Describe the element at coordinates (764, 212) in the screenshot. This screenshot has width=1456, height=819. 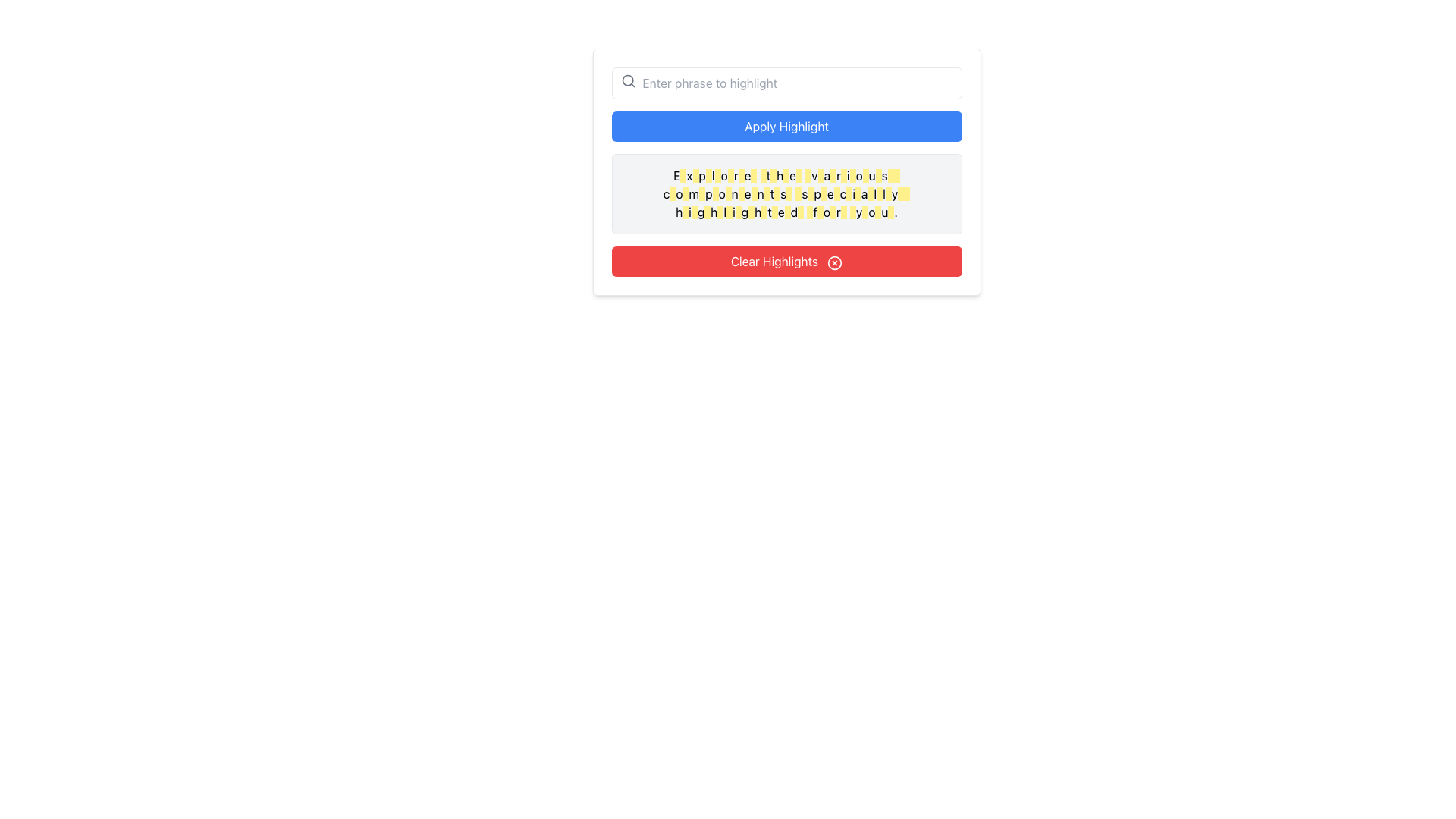
I see `the 8th text highlight within the third line of text, which has a yellow background and dark yellow text color, located below the blue 'Apply Highlight' button` at that location.